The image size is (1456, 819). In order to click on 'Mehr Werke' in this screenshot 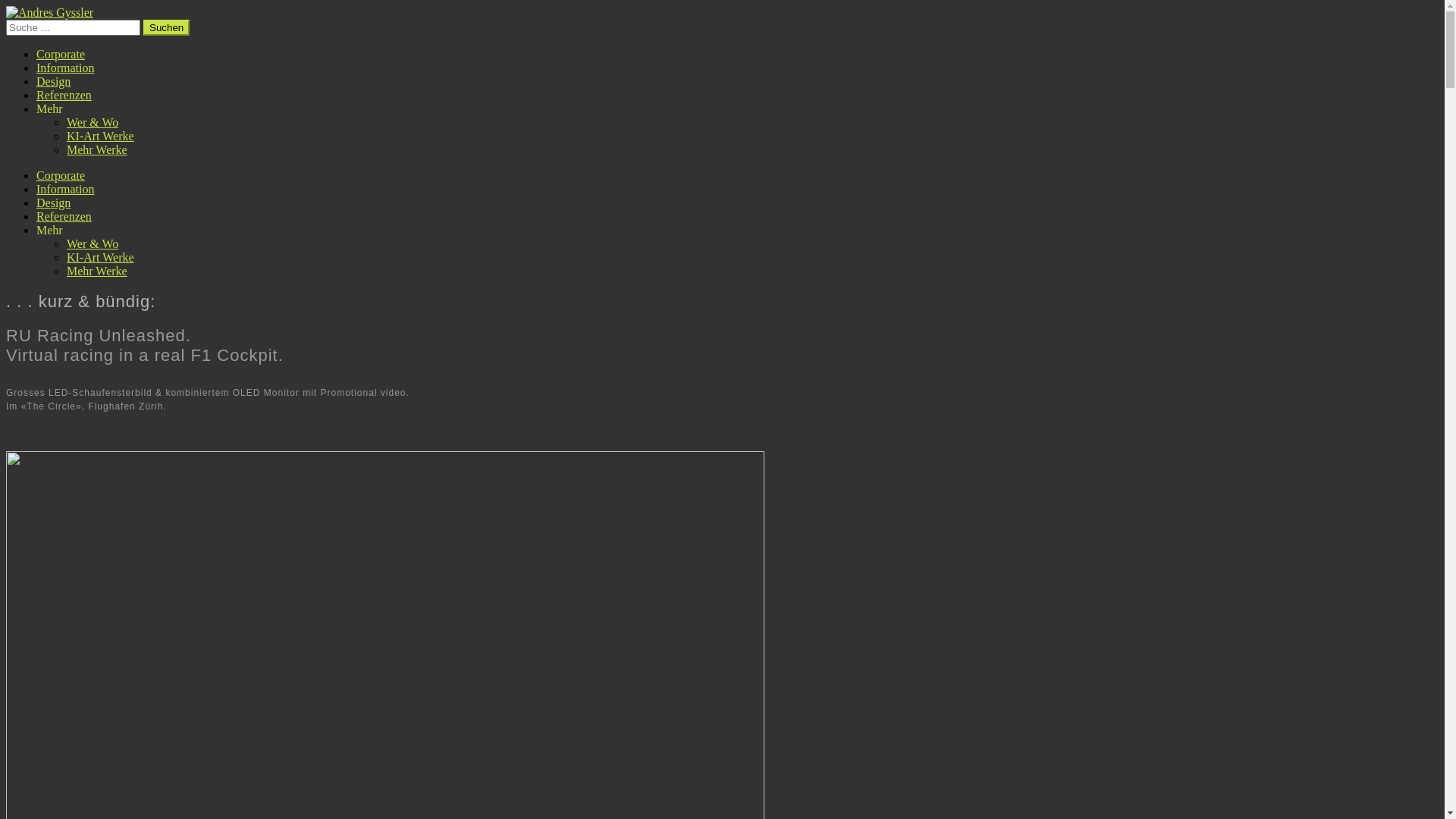, I will do `click(96, 270)`.